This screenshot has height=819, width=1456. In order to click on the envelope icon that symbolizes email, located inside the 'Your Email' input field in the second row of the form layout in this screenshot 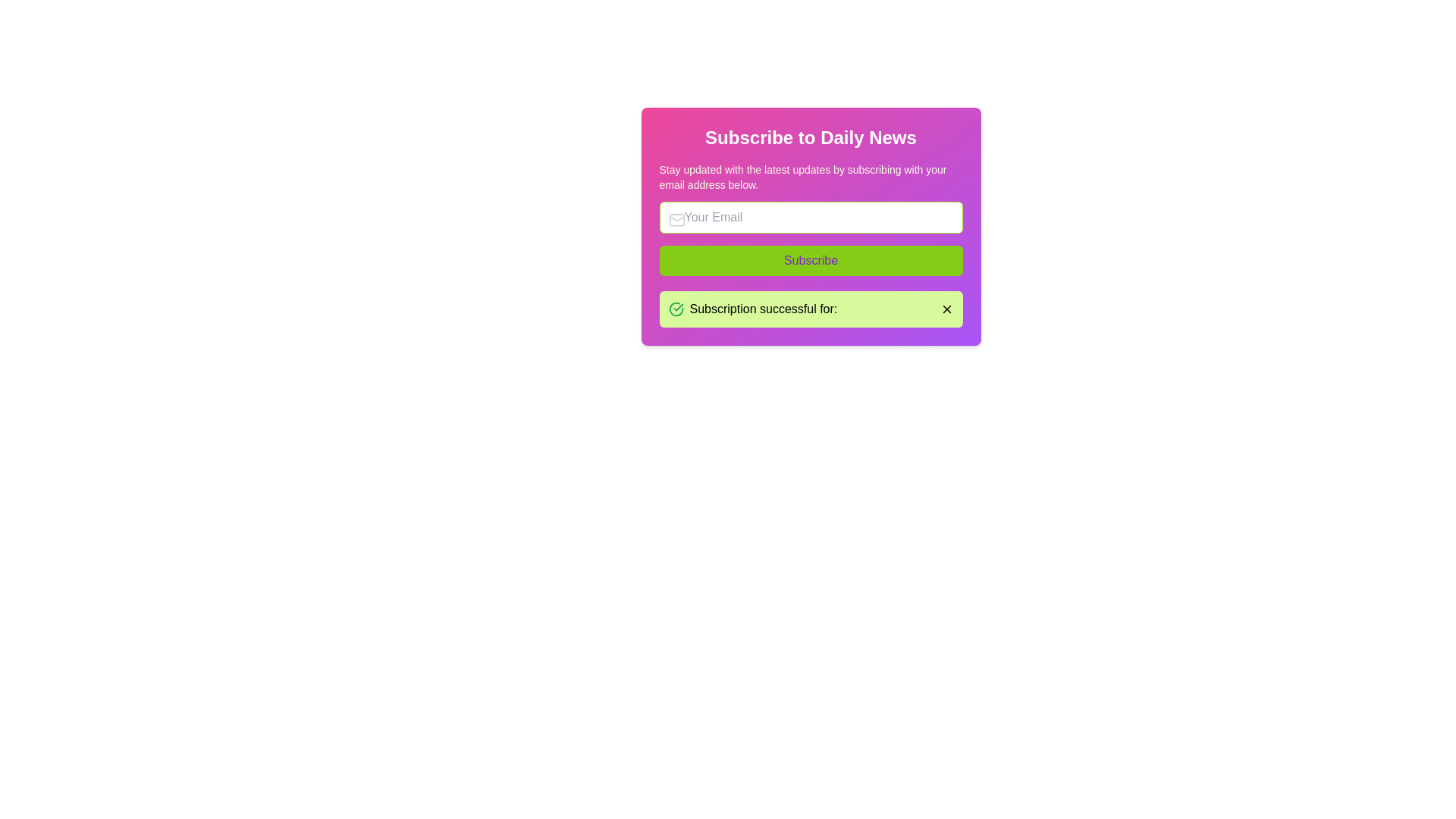, I will do `click(676, 220)`.